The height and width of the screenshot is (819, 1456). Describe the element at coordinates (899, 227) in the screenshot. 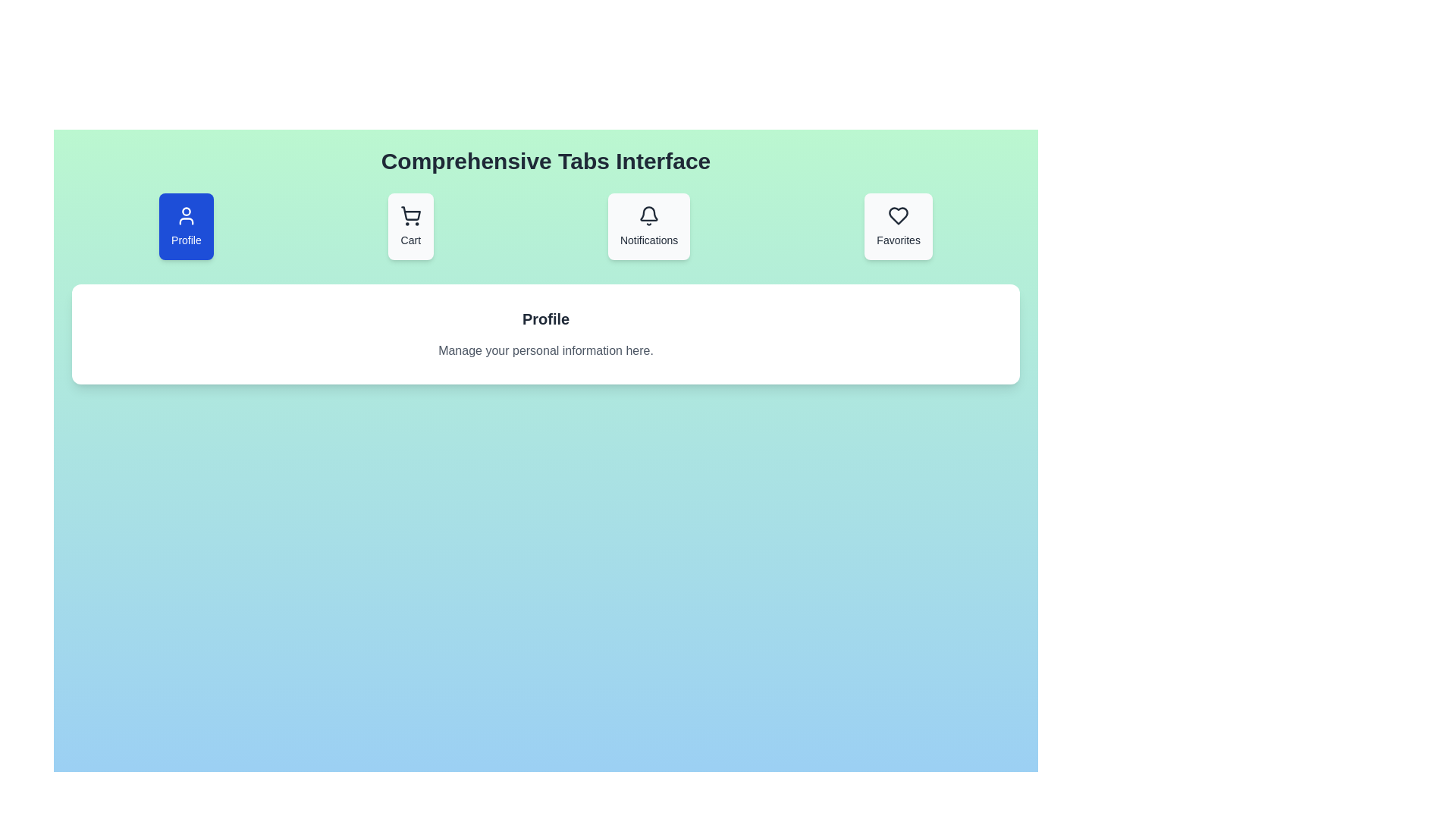

I see `the 'Favorites' button, which is the fourth button in a row following 'Profile', 'Cart', and 'Notifications'` at that location.